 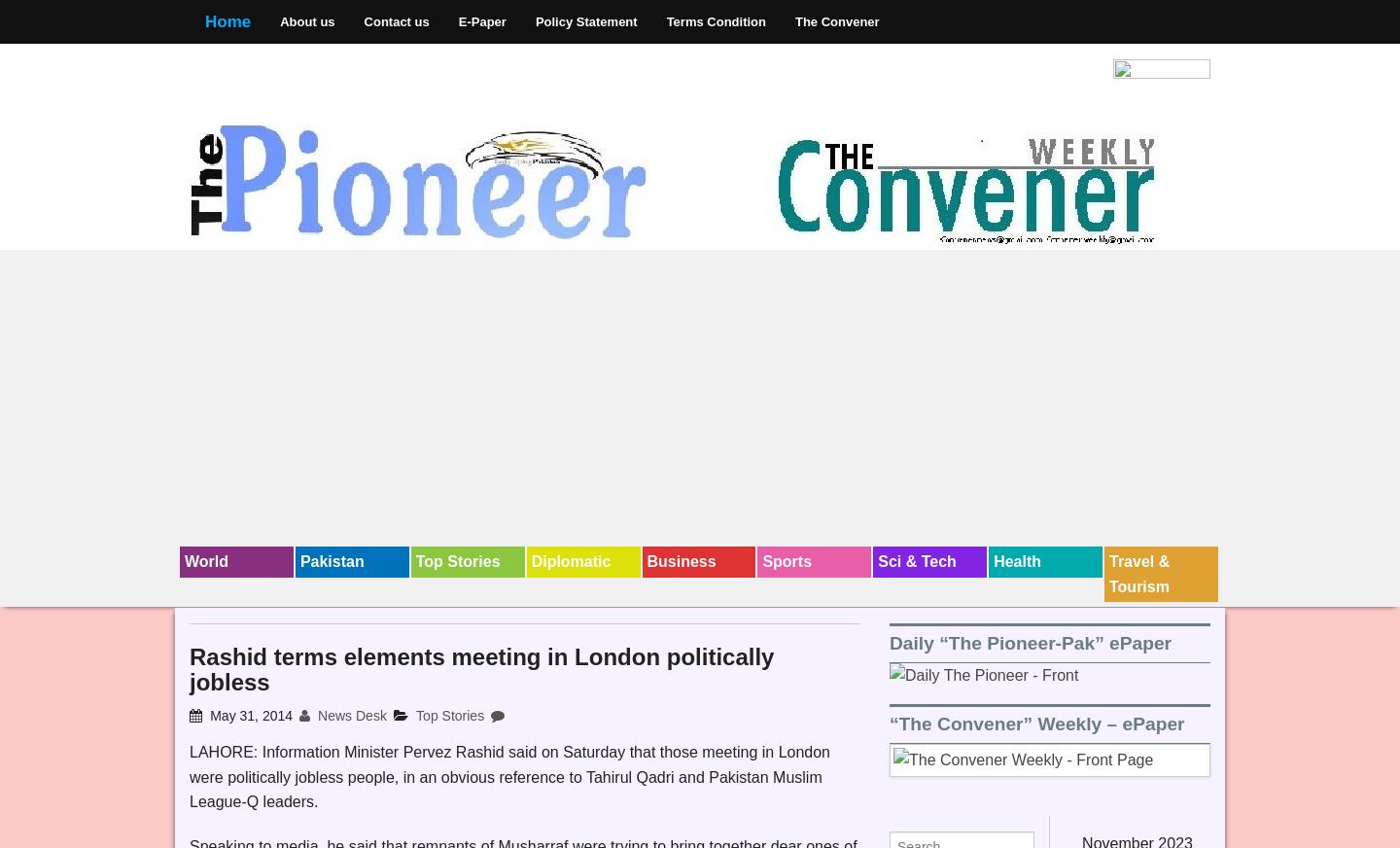 I want to click on 'Rashid terms elements meeting in London politically jobless', so click(x=480, y=668).